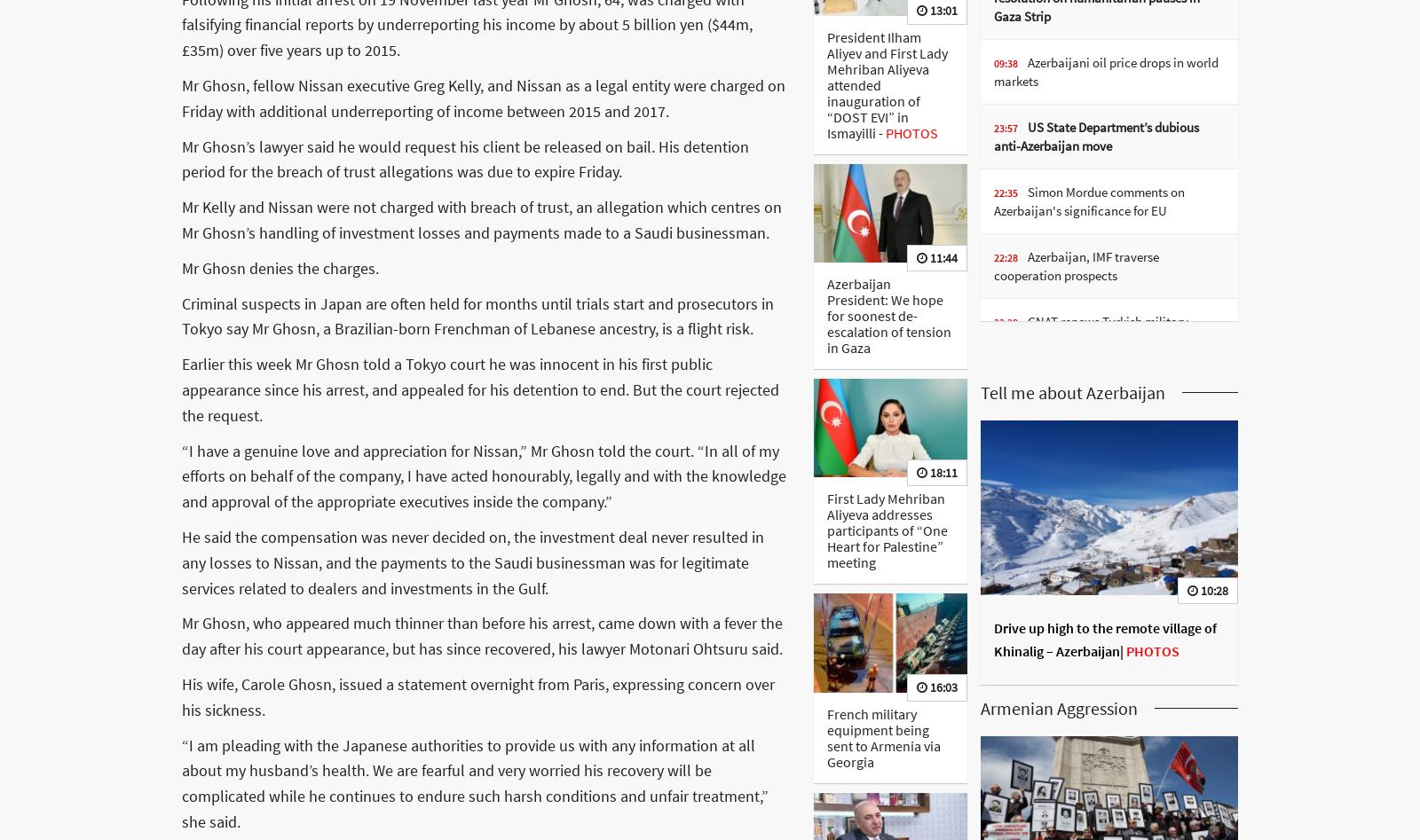  Describe the element at coordinates (1005, 192) in the screenshot. I see `'22:35'` at that location.